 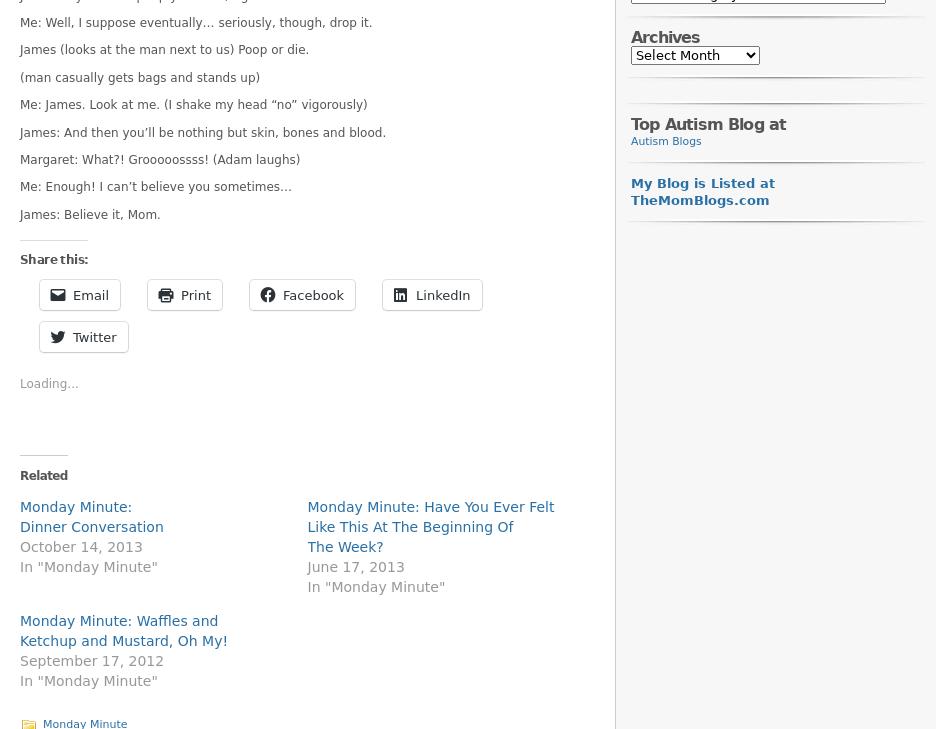 What do you see at coordinates (54, 259) in the screenshot?
I see `'Share this:'` at bounding box center [54, 259].